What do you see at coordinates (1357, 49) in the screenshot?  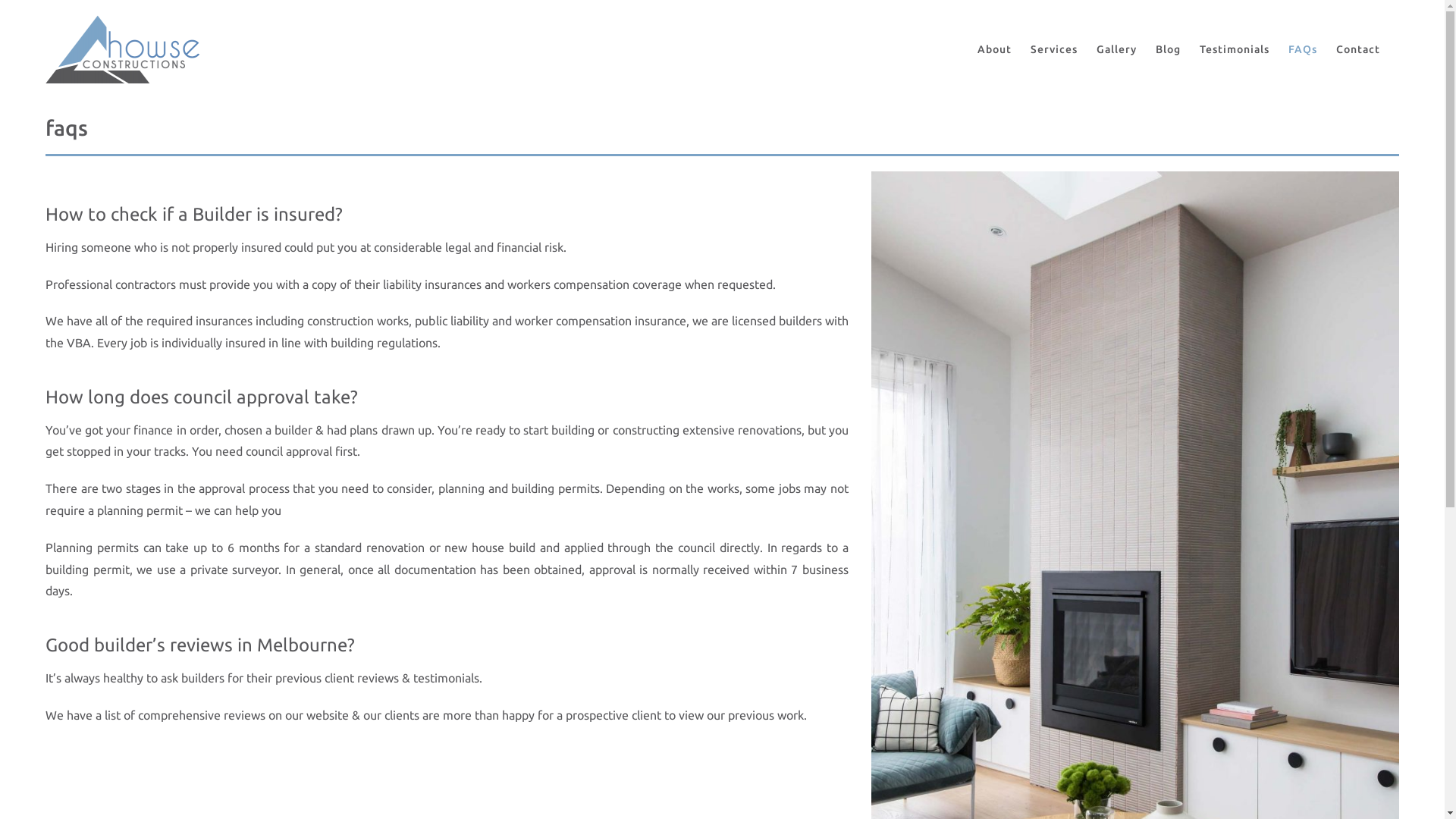 I see `'Contact'` at bounding box center [1357, 49].